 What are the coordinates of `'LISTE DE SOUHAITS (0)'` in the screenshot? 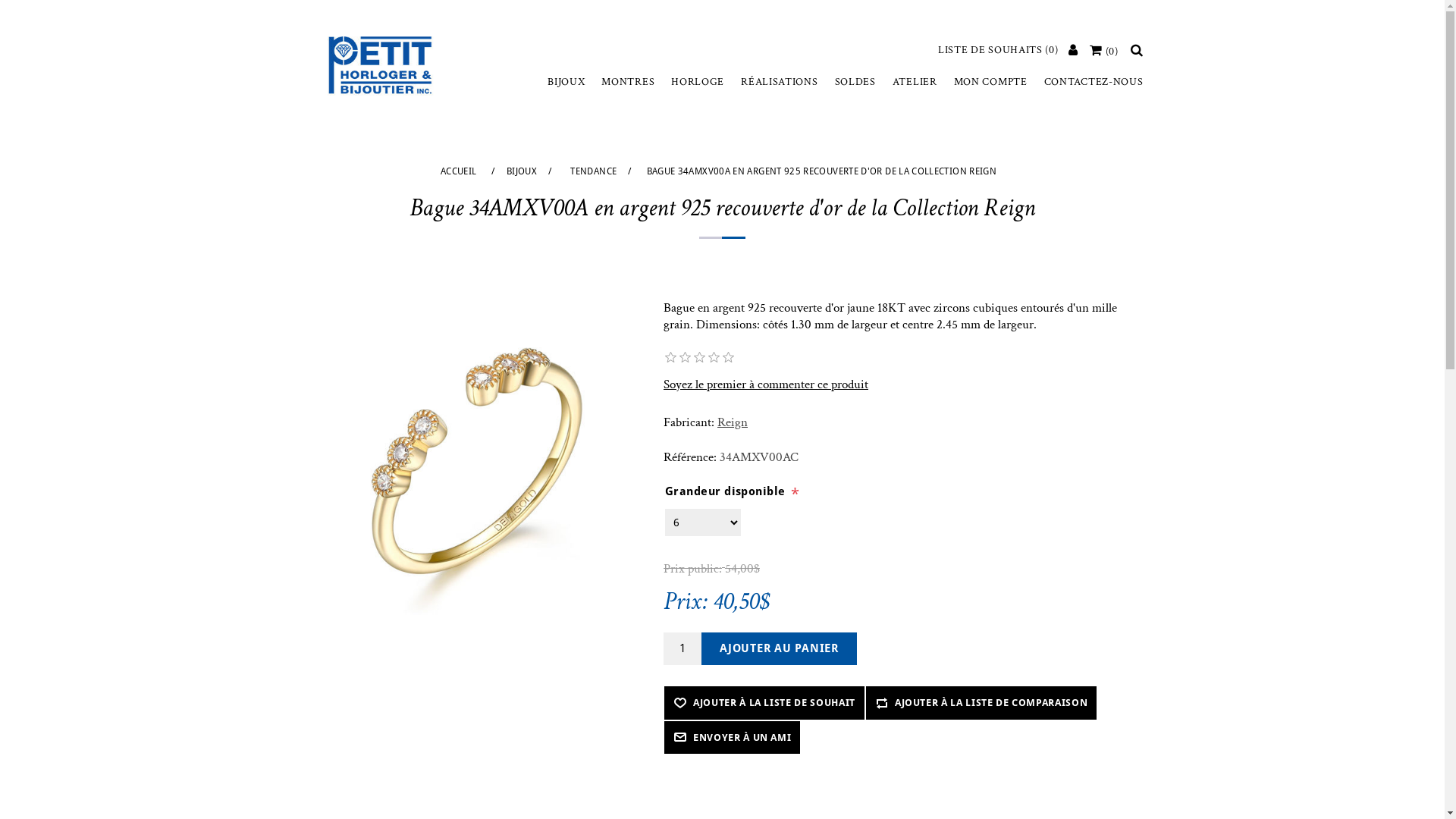 It's located at (998, 49).